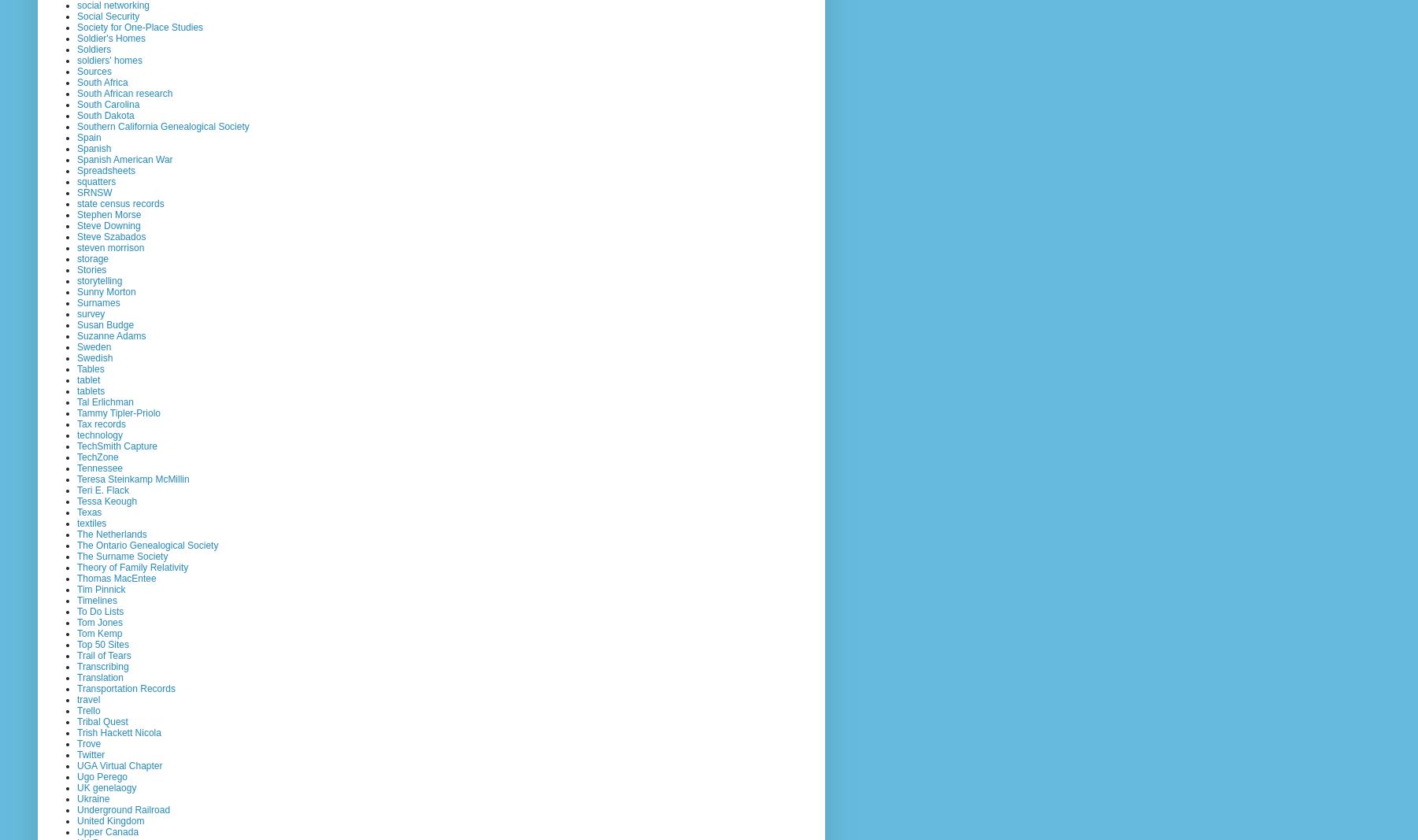 The width and height of the screenshot is (1418, 840). Describe the element at coordinates (76, 698) in the screenshot. I see `'travel'` at that location.